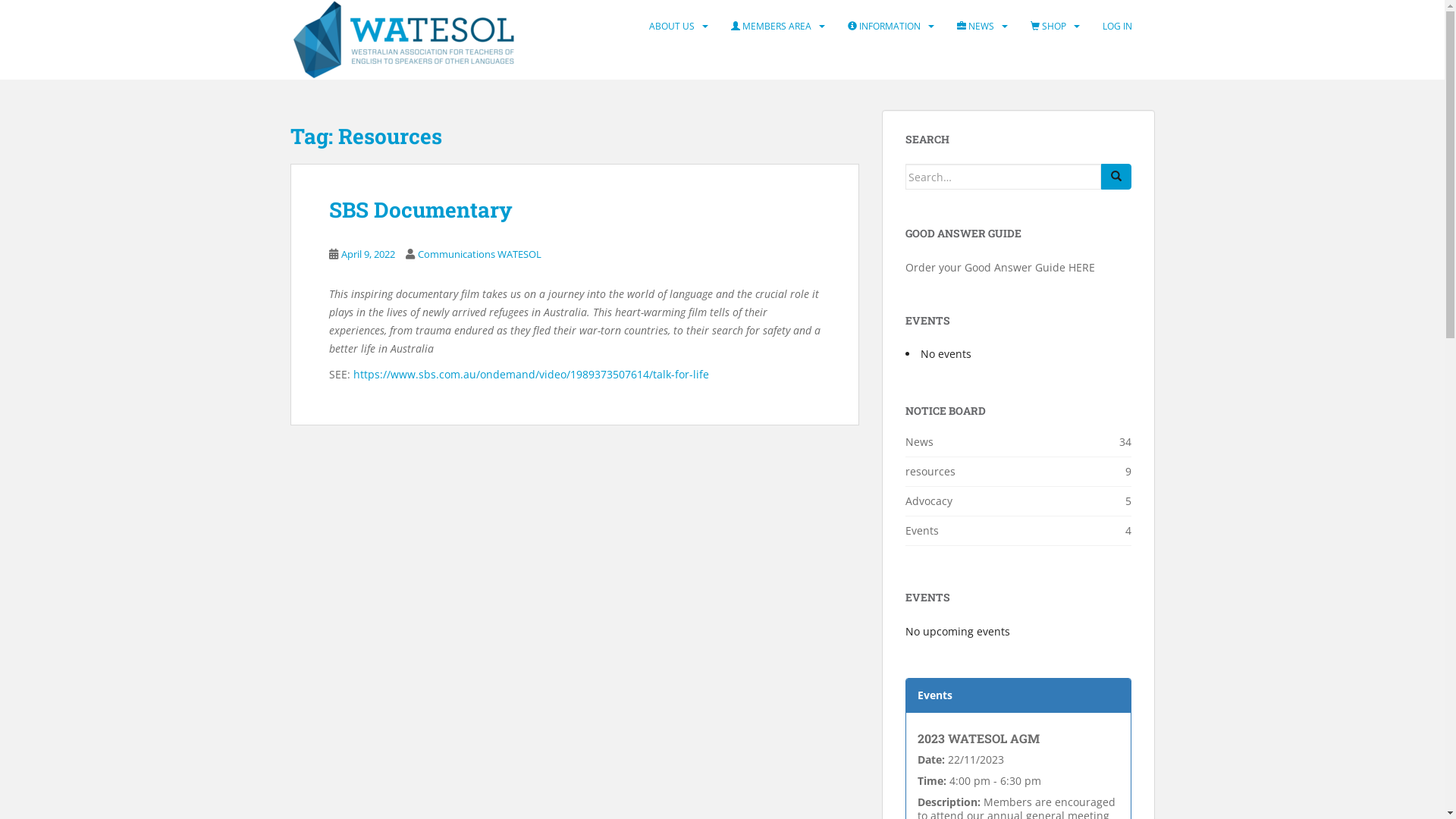 Image resolution: width=1456 pixels, height=819 pixels. I want to click on 'ABOUT US', so click(671, 26).